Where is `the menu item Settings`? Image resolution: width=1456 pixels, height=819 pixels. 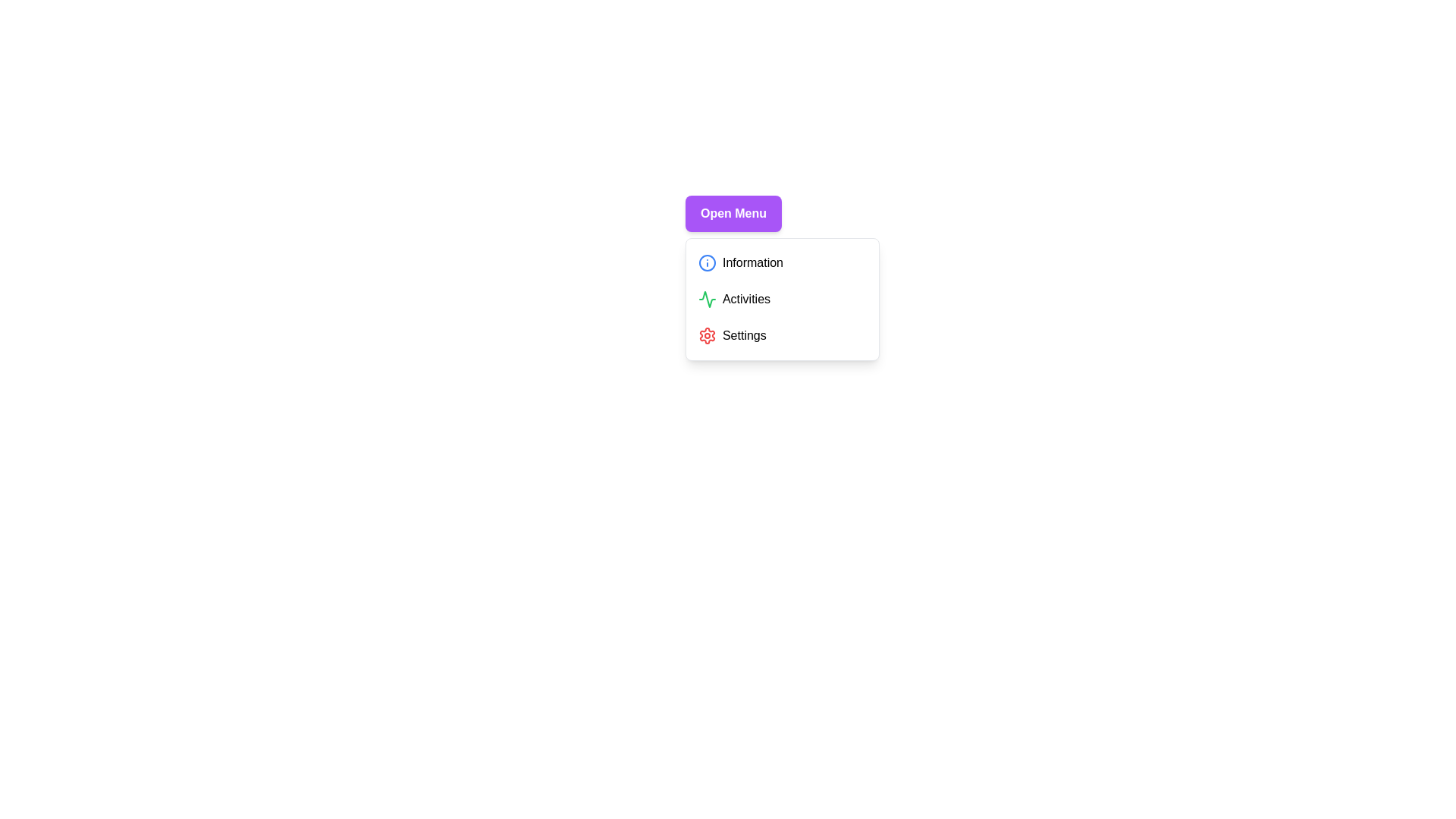
the menu item Settings is located at coordinates (783, 335).